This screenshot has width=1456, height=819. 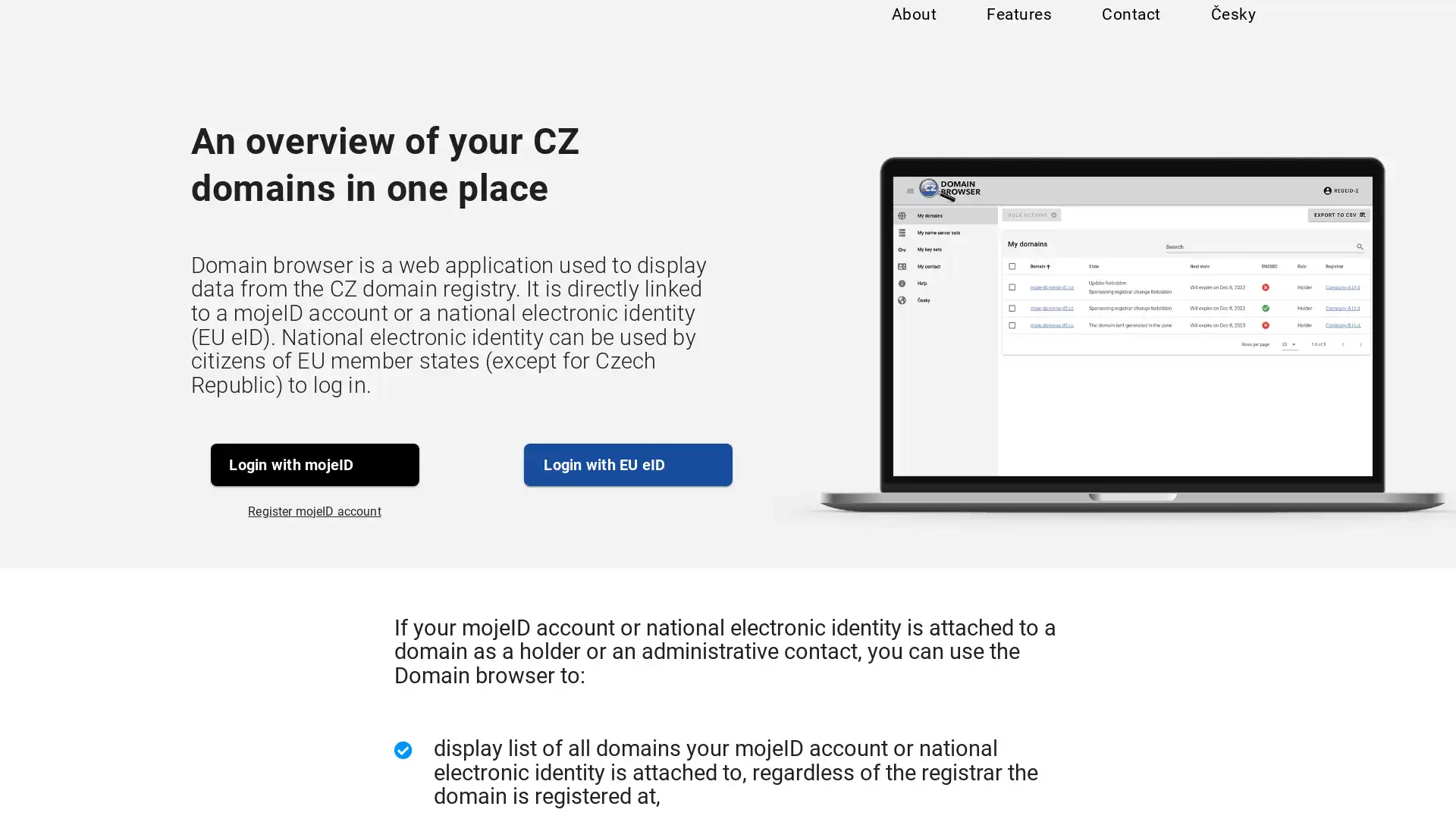 What do you see at coordinates (1018, 32) in the screenshot?
I see `Features` at bounding box center [1018, 32].